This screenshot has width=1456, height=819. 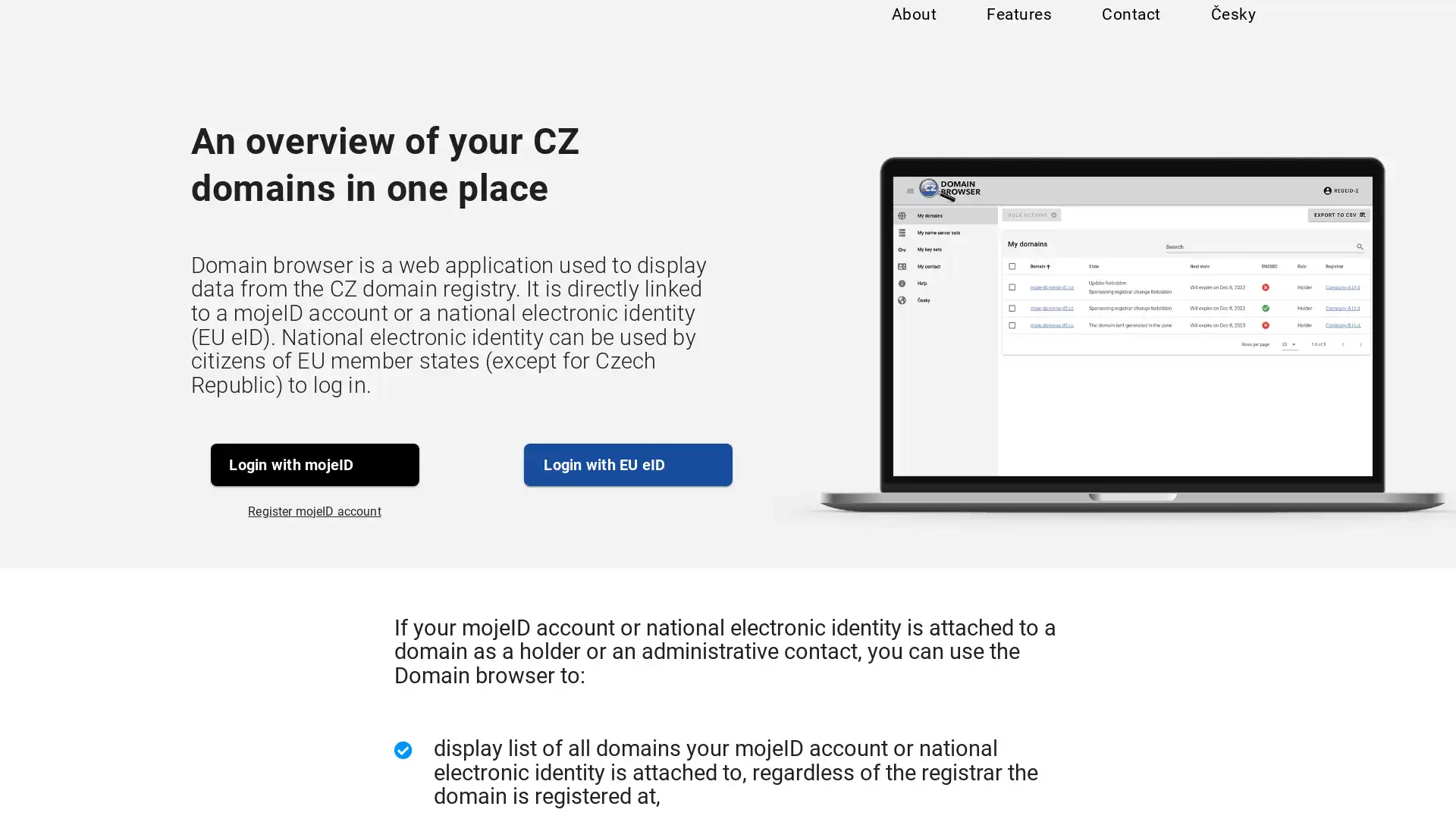 What do you see at coordinates (1018, 32) in the screenshot?
I see `Features` at bounding box center [1018, 32].